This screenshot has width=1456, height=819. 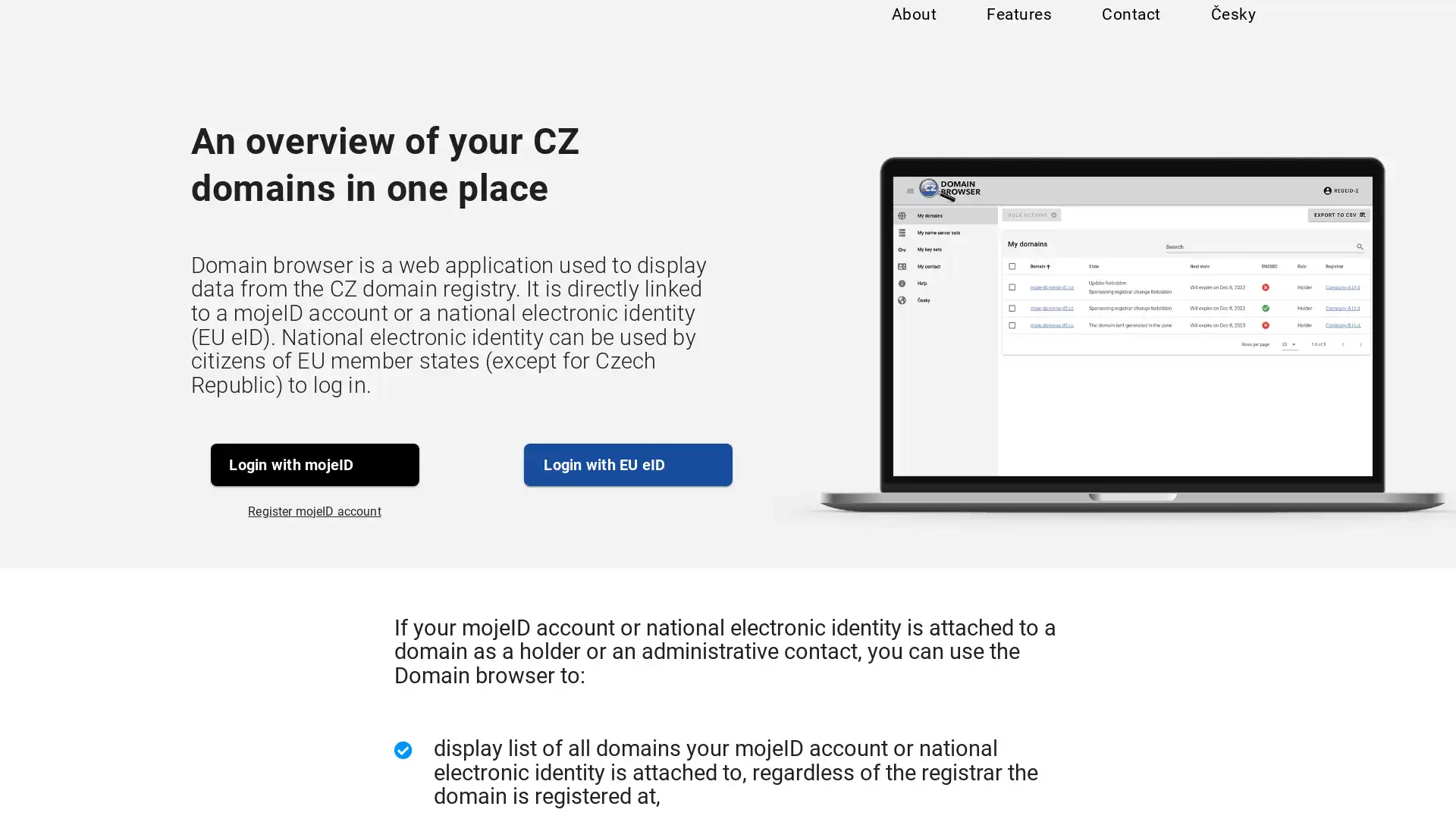 What do you see at coordinates (1018, 32) in the screenshot?
I see `Features` at bounding box center [1018, 32].